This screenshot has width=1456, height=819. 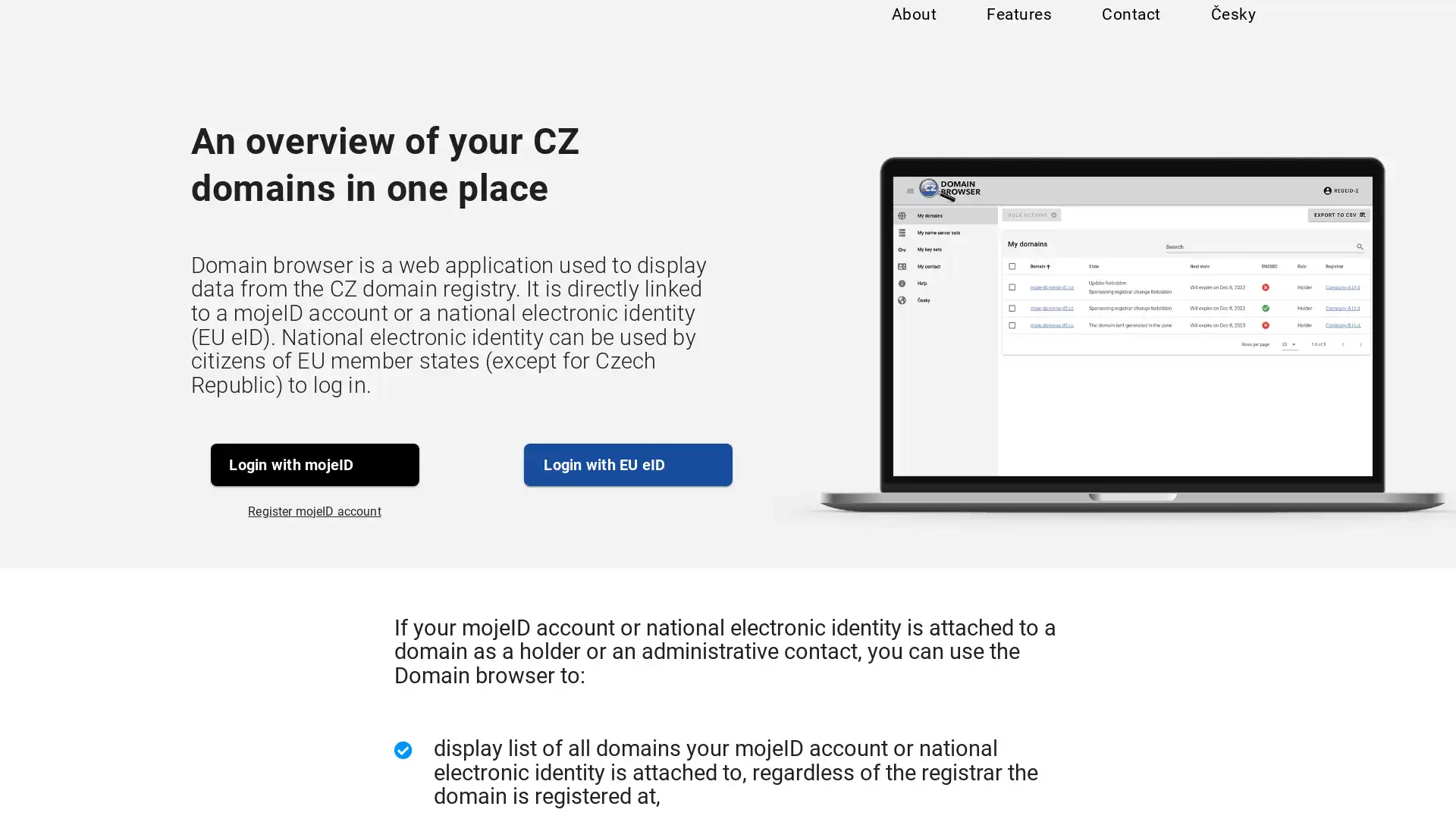 What do you see at coordinates (1018, 32) in the screenshot?
I see `Features` at bounding box center [1018, 32].